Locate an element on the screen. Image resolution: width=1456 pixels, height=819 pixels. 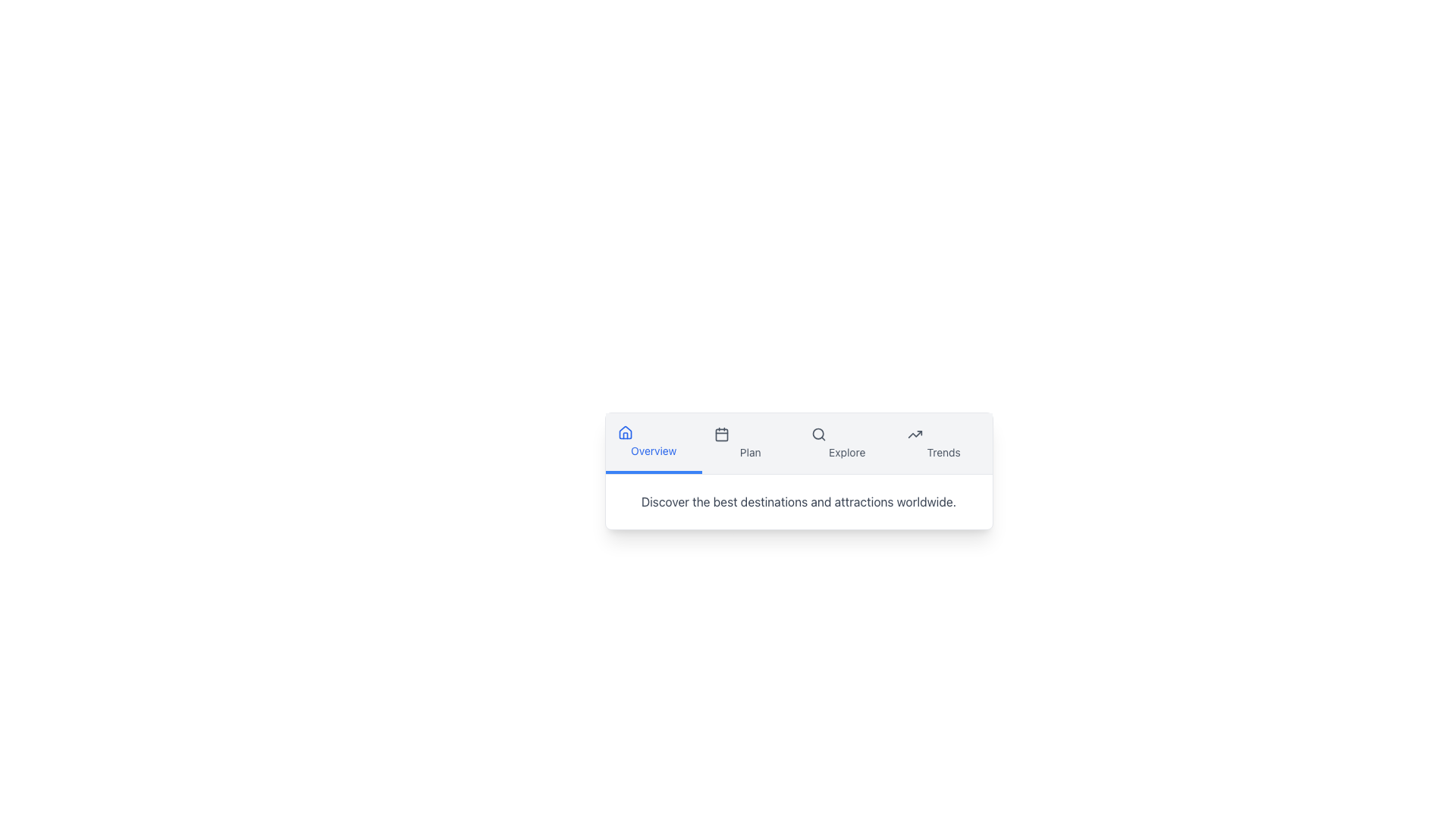
the 'Plan' button in the navigation menu is located at coordinates (750, 444).